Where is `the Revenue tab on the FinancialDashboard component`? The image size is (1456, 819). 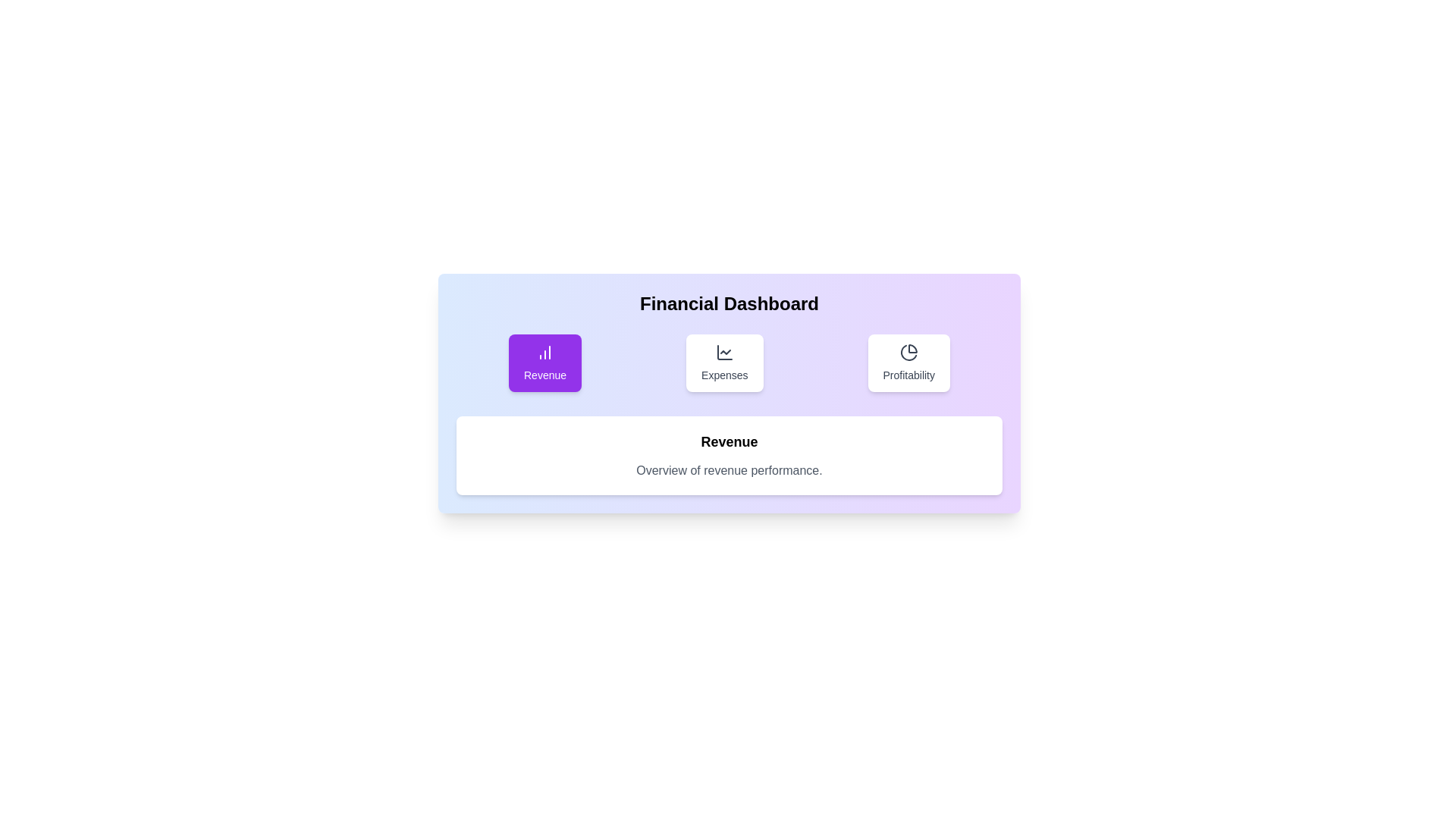
the Revenue tab on the FinancialDashboard component is located at coordinates (545, 362).